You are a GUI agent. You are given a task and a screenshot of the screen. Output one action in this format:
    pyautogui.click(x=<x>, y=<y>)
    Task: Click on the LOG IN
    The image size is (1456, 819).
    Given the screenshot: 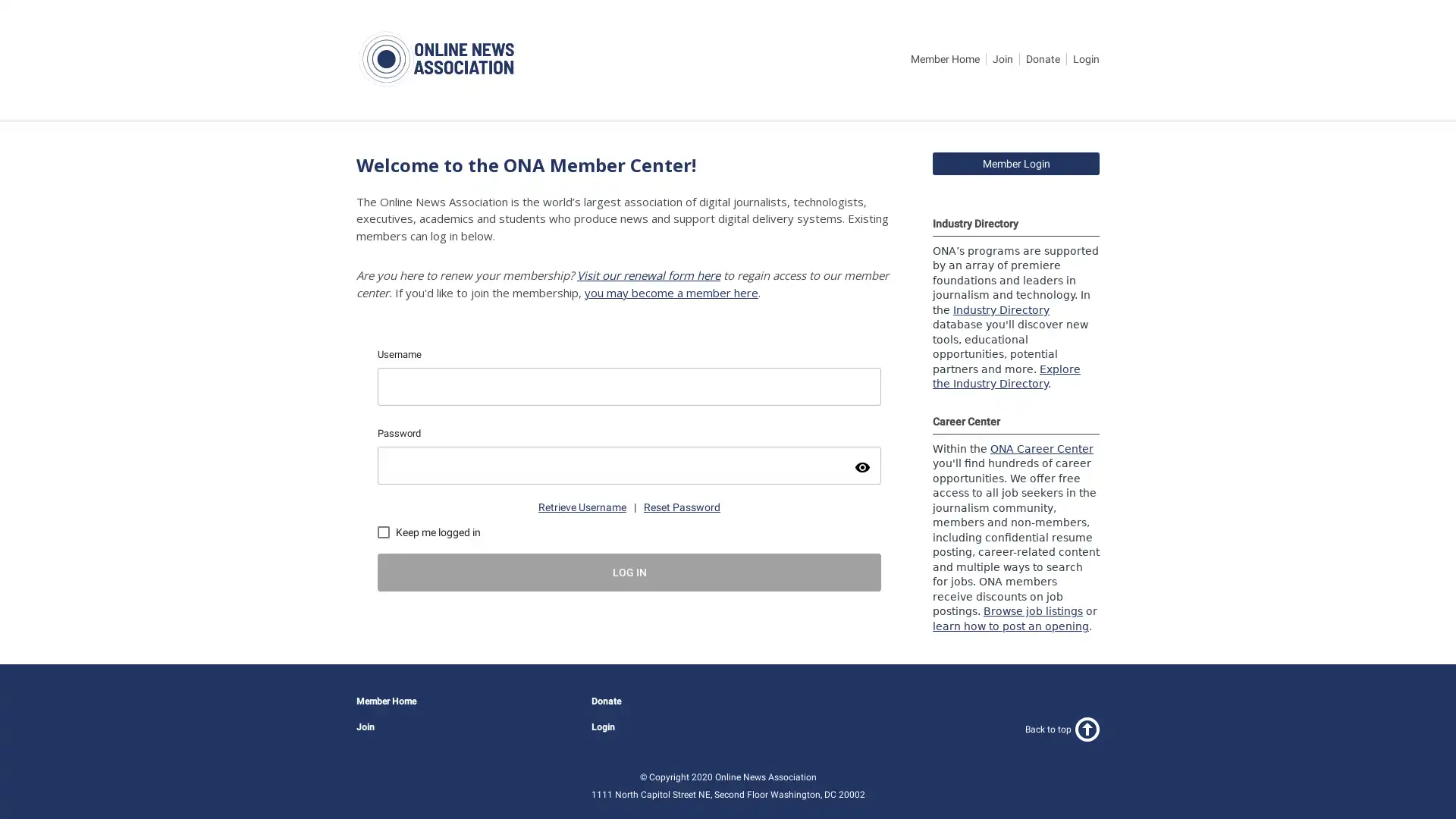 What is the action you would take?
    pyautogui.click(x=629, y=573)
    